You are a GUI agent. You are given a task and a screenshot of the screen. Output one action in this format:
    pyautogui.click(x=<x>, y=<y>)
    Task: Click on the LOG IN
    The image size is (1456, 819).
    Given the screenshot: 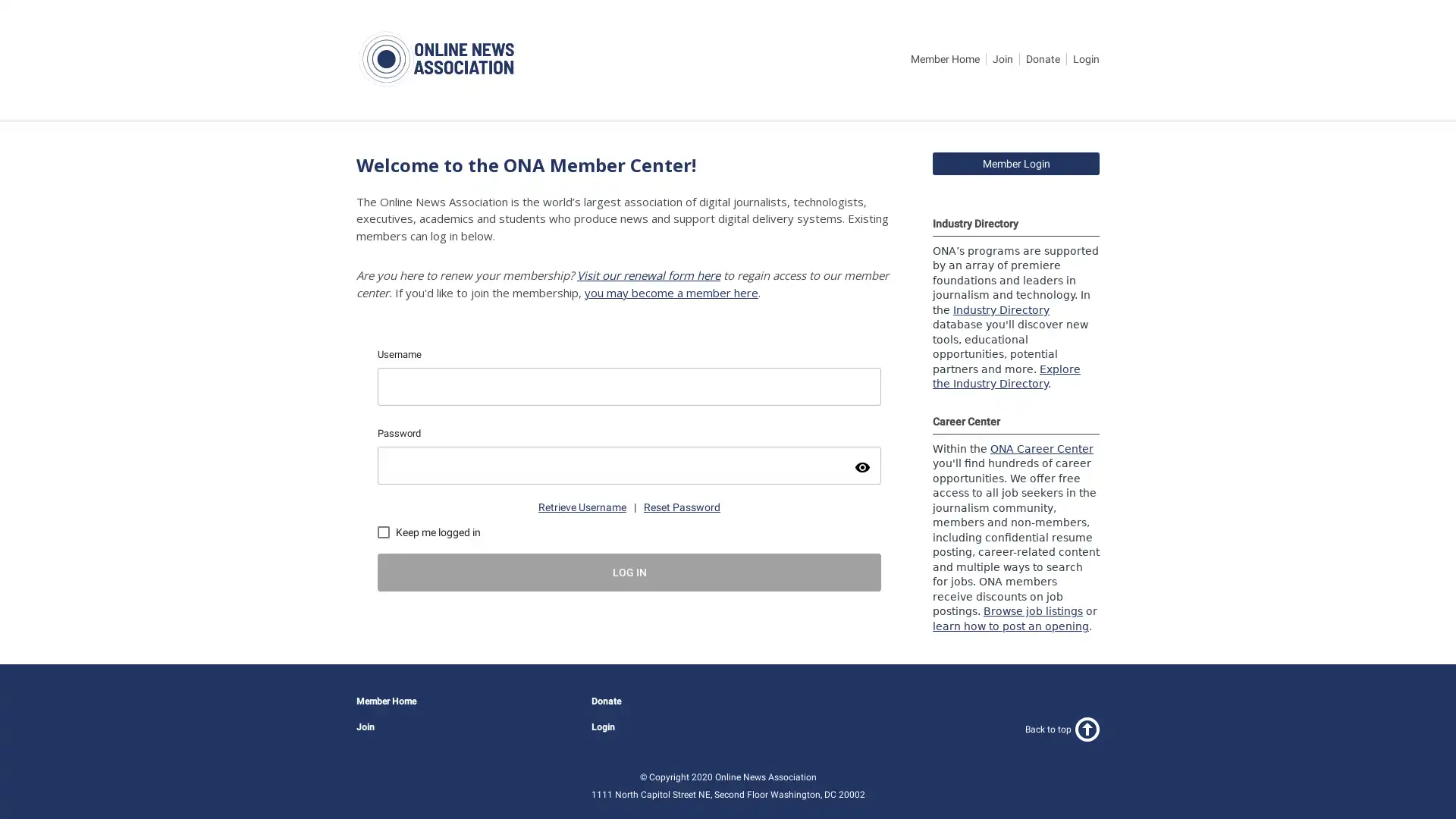 What is the action you would take?
    pyautogui.click(x=629, y=573)
    